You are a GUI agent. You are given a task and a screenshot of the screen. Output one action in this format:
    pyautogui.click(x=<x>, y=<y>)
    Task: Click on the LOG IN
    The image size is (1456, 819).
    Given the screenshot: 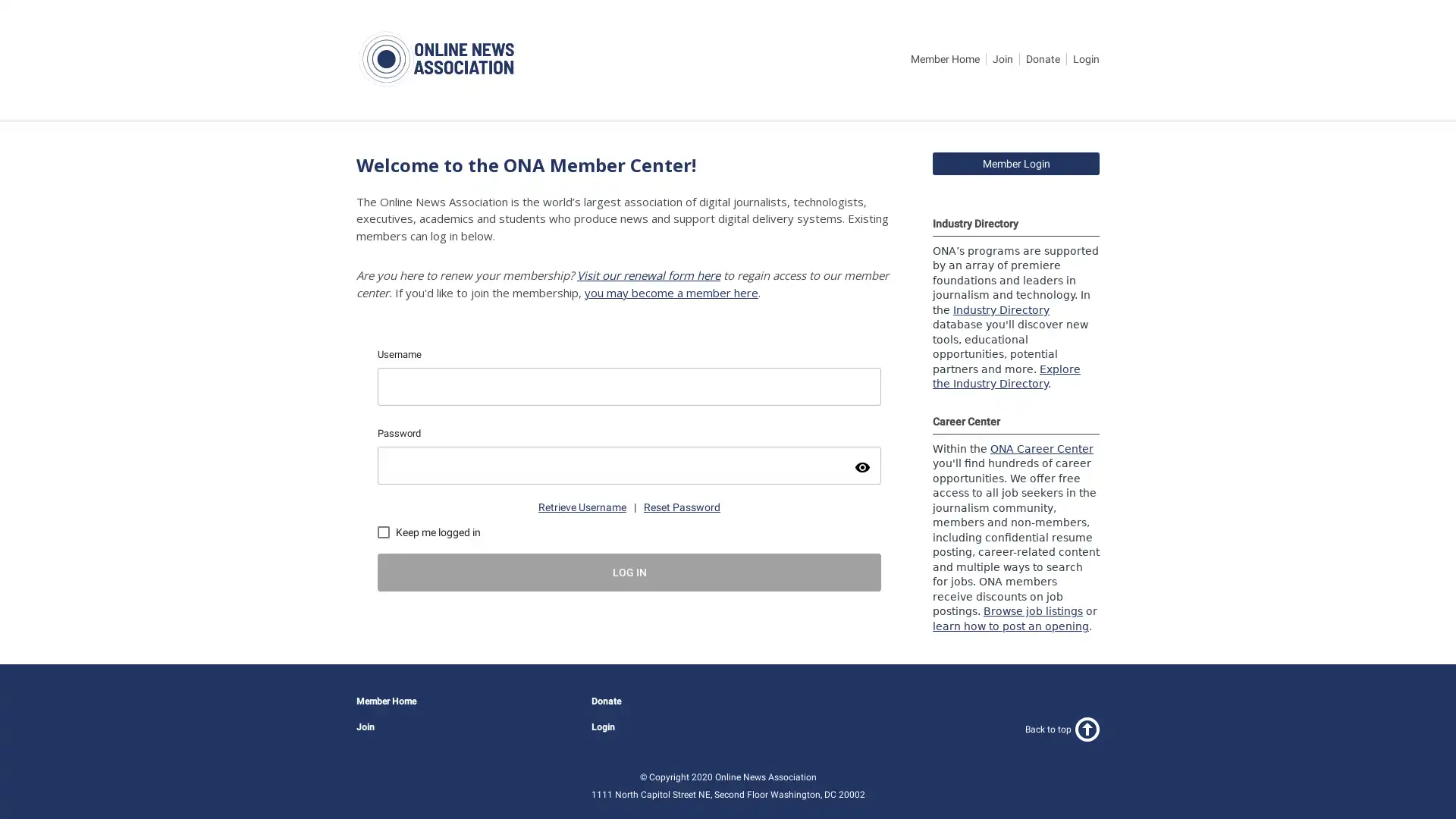 What is the action you would take?
    pyautogui.click(x=629, y=573)
    